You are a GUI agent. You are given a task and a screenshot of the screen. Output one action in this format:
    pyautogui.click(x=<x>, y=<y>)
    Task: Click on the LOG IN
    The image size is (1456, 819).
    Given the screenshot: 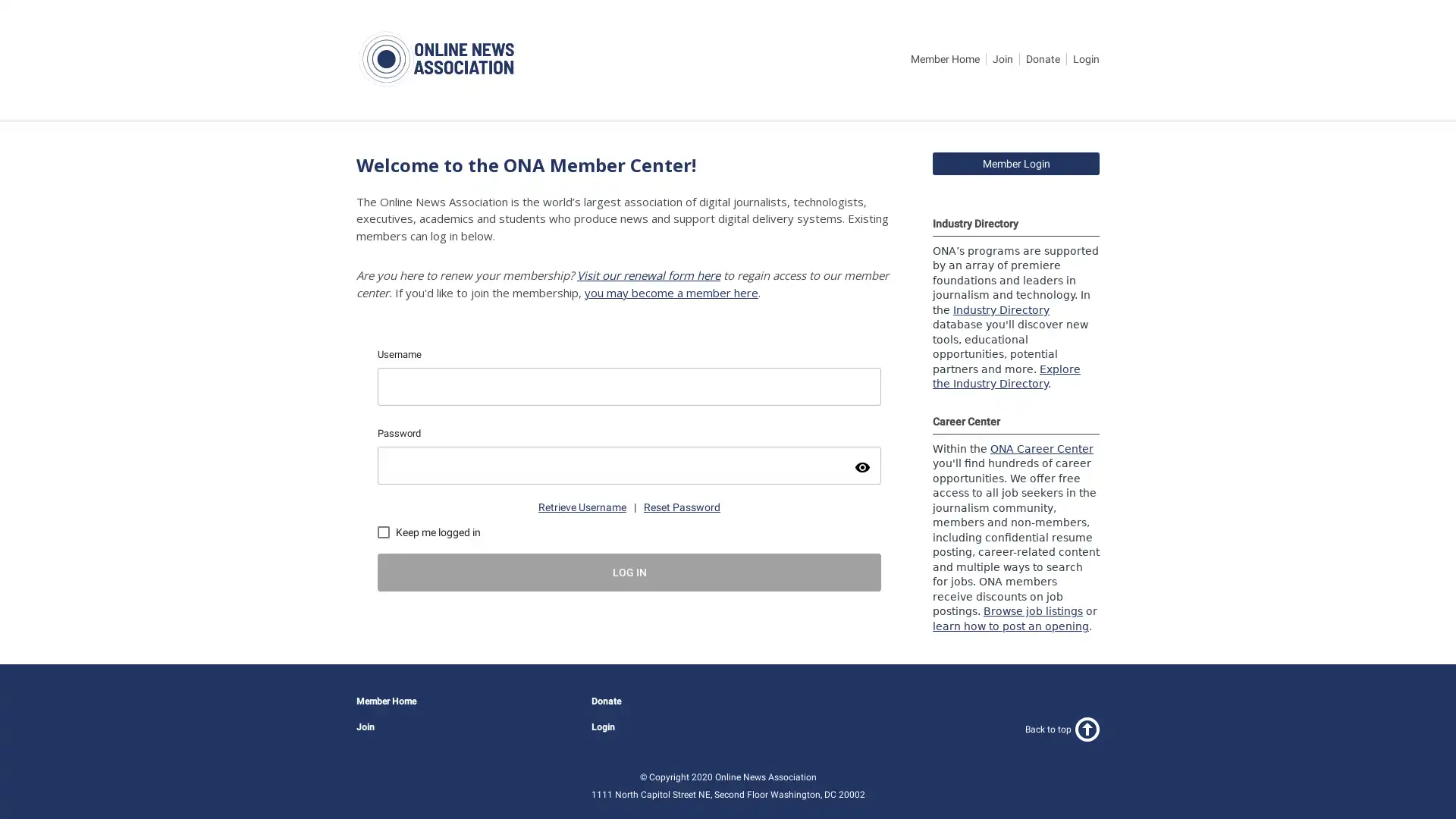 What is the action you would take?
    pyautogui.click(x=629, y=573)
    